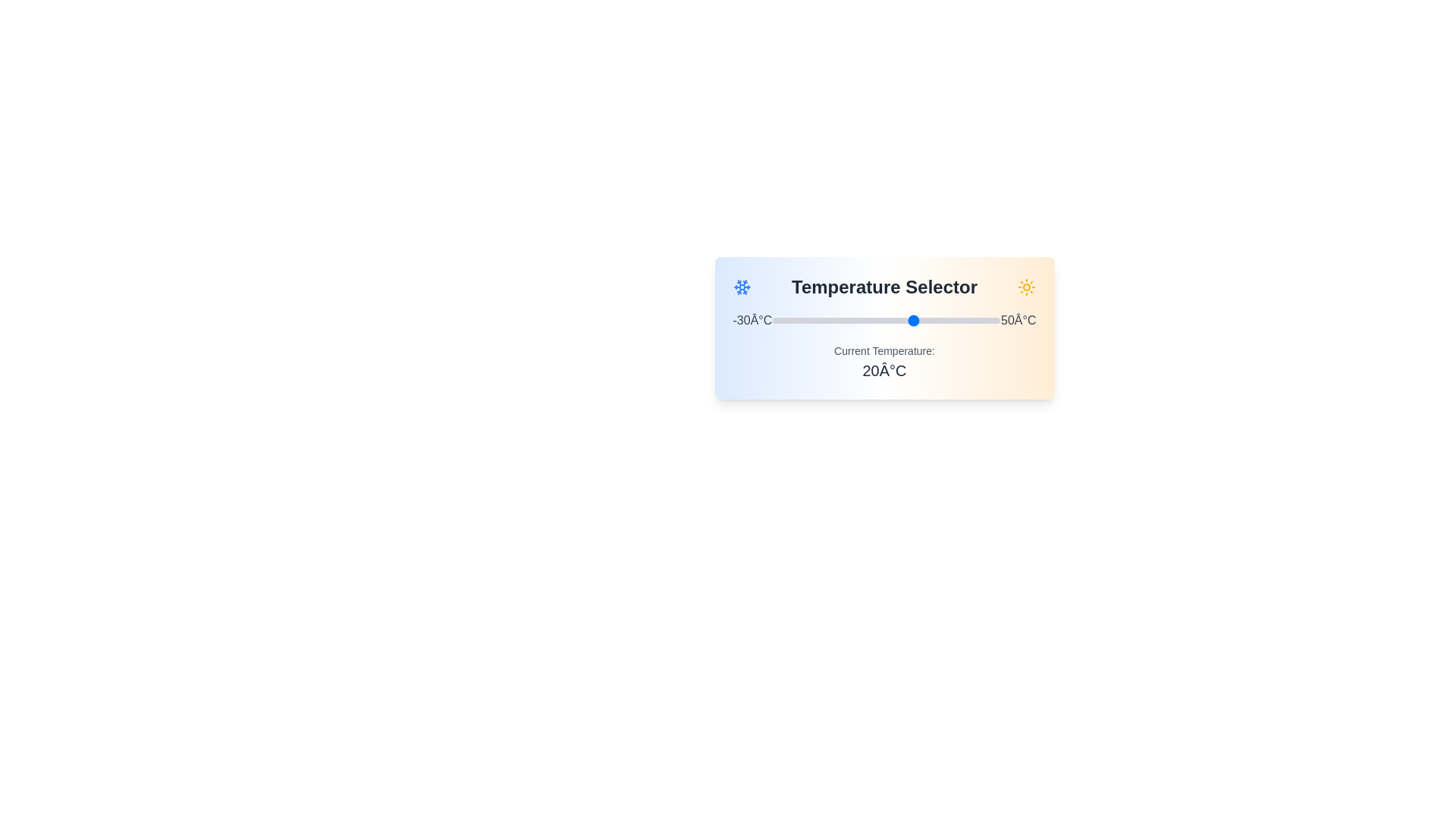 The image size is (1456, 819). What do you see at coordinates (895, 320) in the screenshot?
I see `the temperature` at bounding box center [895, 320].